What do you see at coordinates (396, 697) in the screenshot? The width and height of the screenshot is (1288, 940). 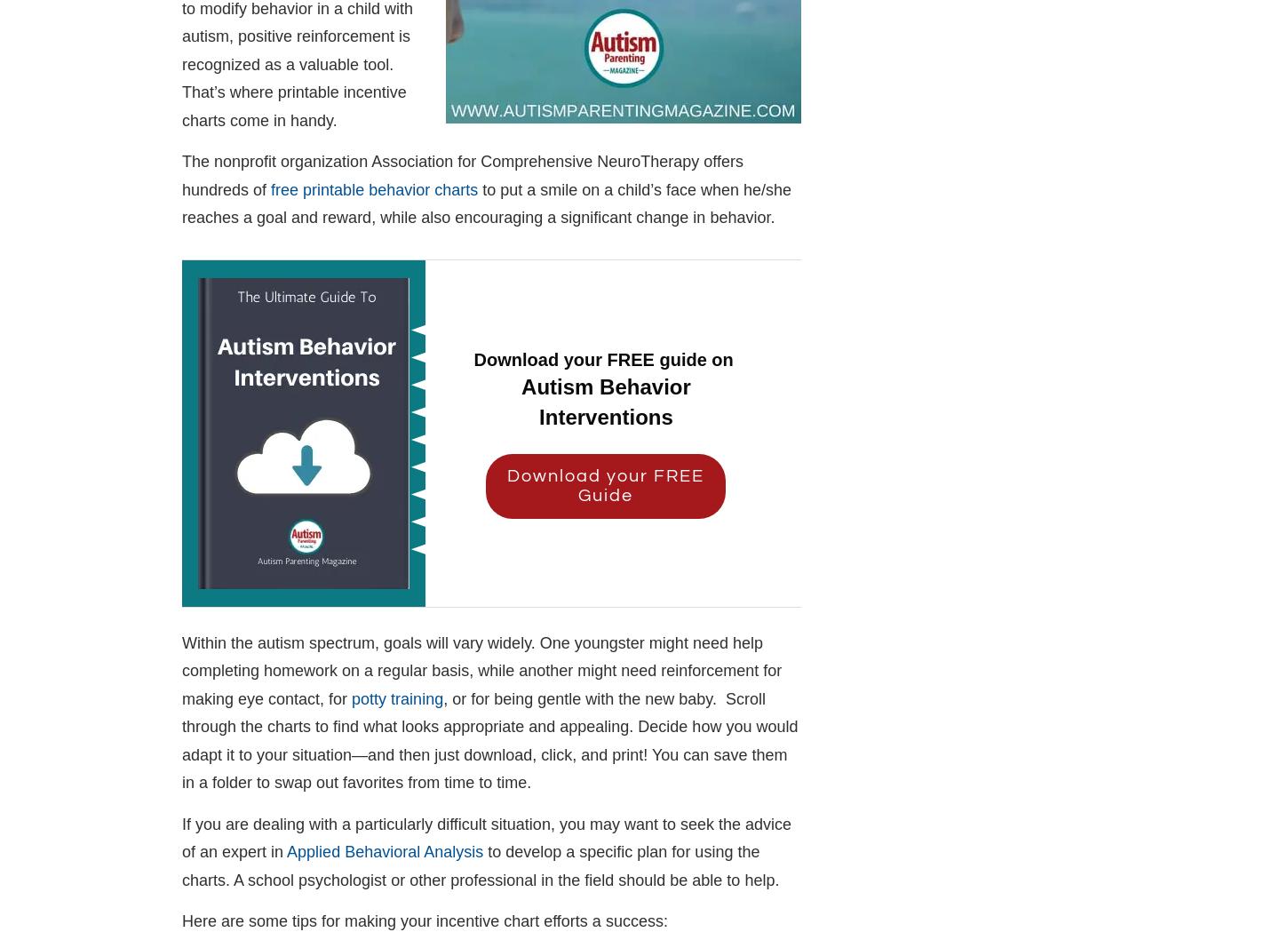 I see `'potty training'` at bounding box center [396, 697].